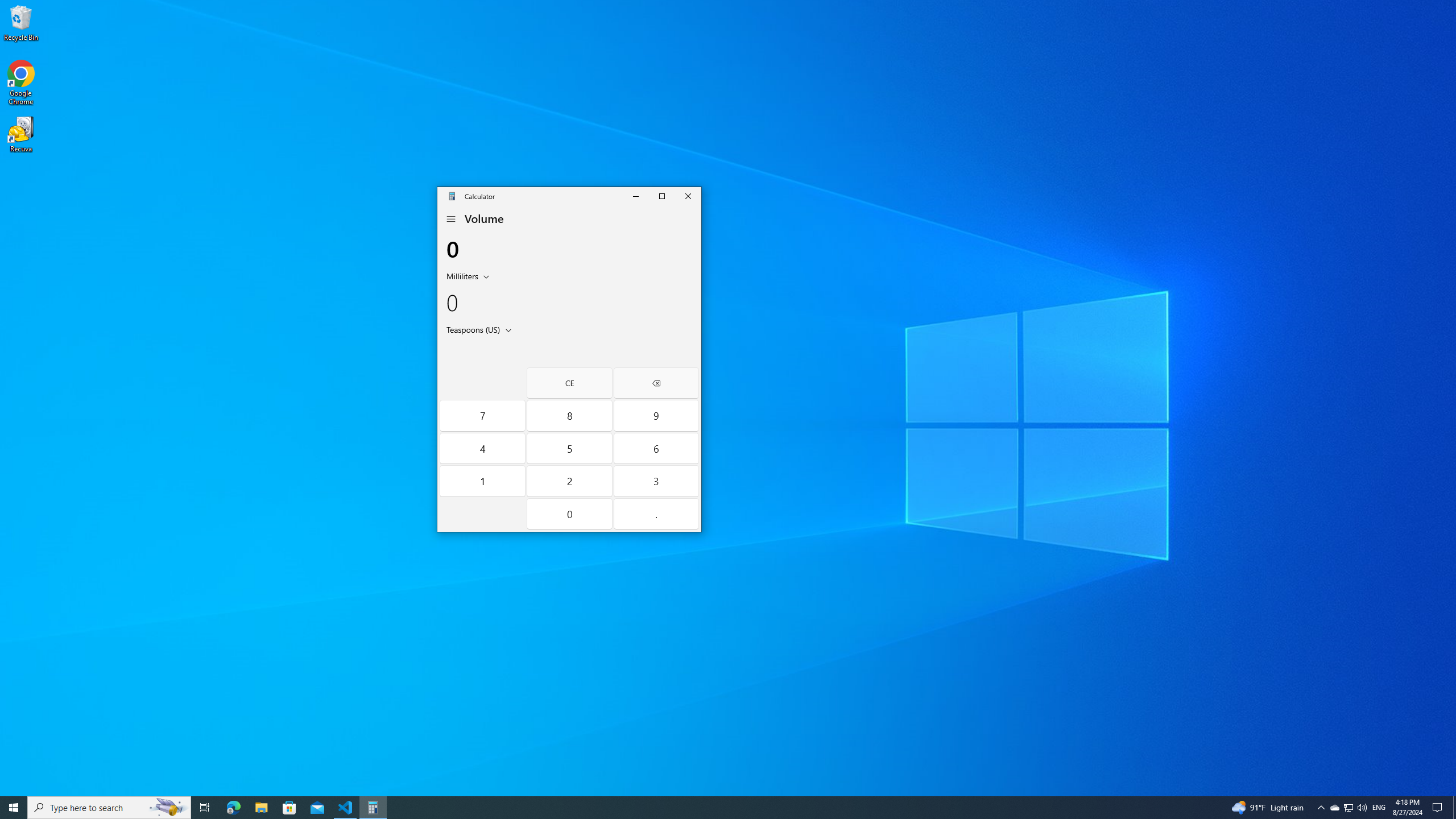 Image resolution: width=1456 pixels, height=819 pixels. What do you see at coordinates (373, 806) in the screenshot?
I see `'Calculator - 1 running window'` at bounding box center [373, 806].